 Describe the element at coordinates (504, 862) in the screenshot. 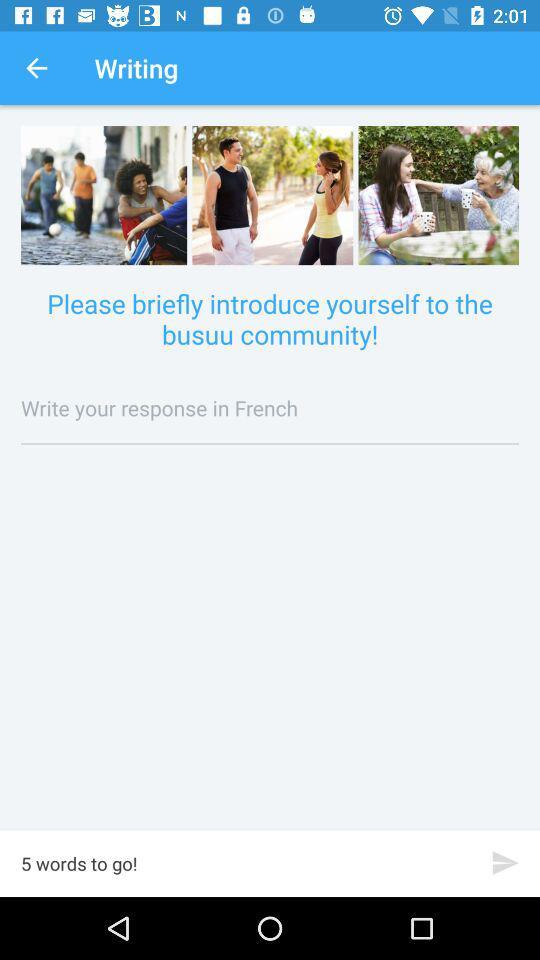

I see `item next to the 5 words to` at that location.